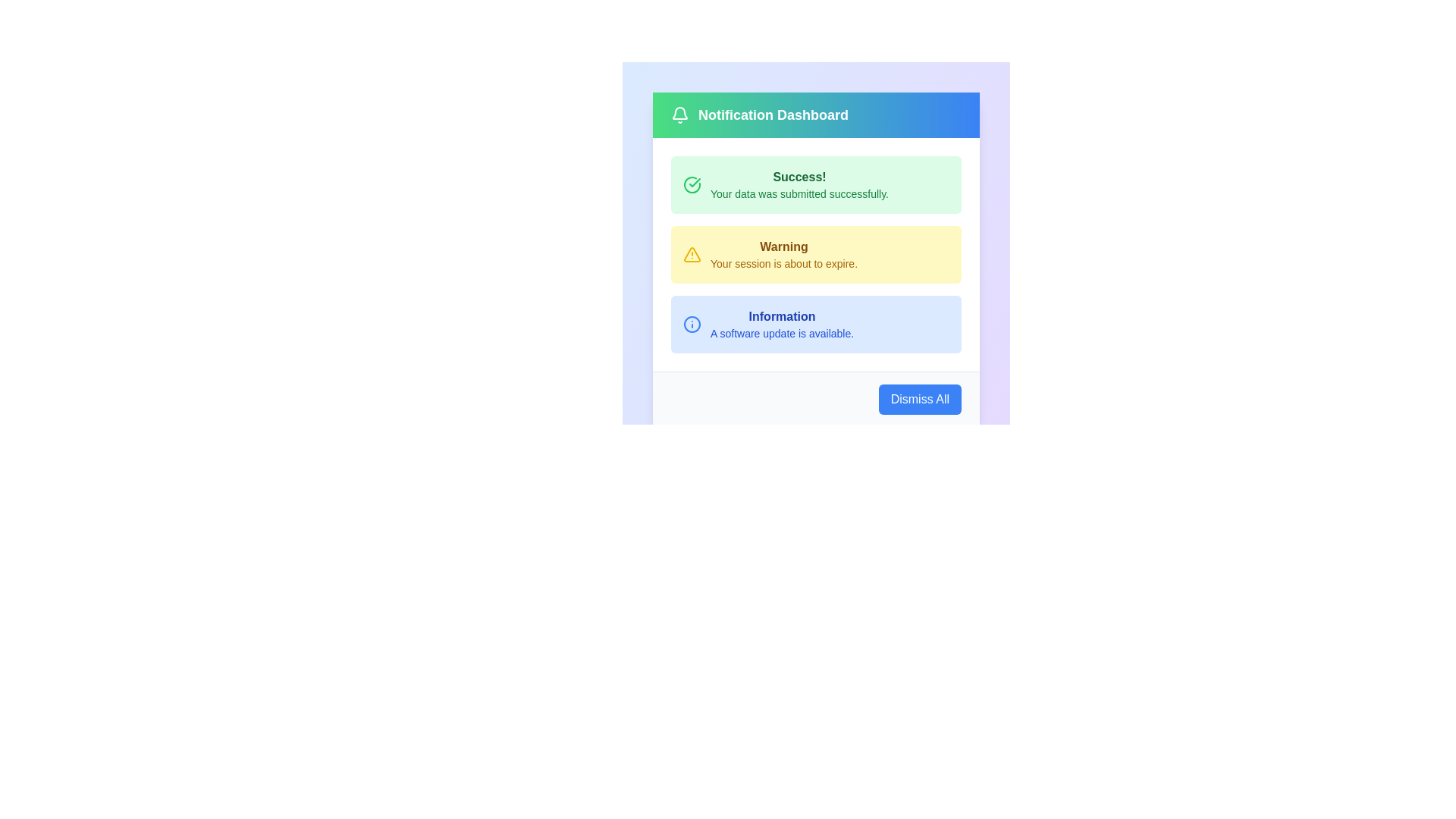 The width and height of the screenshot is (1456, 819). What do you see at coordinates (784, 262) in the screenshot?
I see `static text label that displays 'Your session is about to expire.' located below the 'Warning' heading in the yellow notification box` at bounding box center [784, 262].